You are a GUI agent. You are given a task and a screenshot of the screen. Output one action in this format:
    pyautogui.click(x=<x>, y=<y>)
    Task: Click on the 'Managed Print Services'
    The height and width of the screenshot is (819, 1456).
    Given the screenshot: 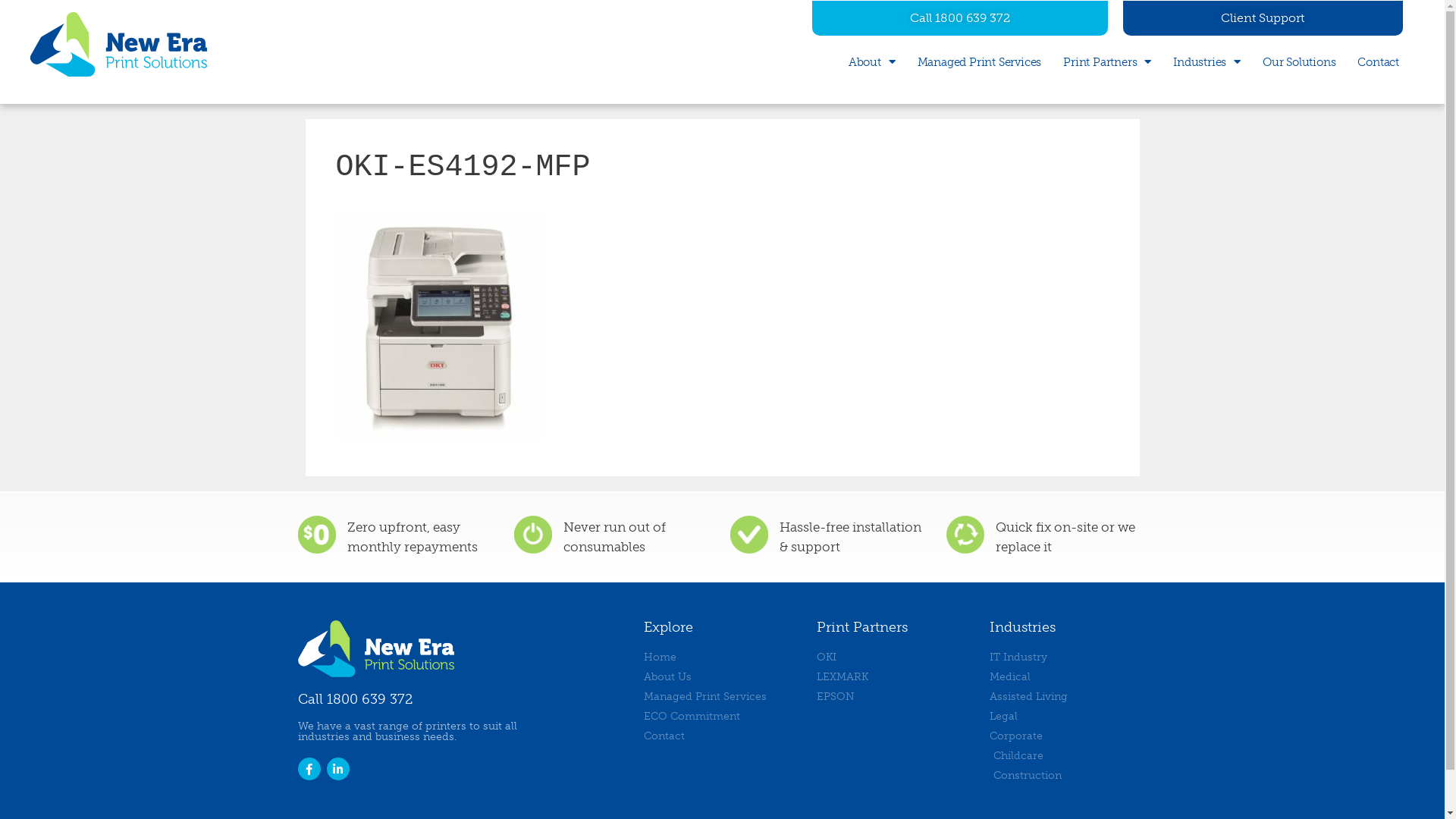 What is the action you would take?
    pyautogui.click(x=720, y=696)
    